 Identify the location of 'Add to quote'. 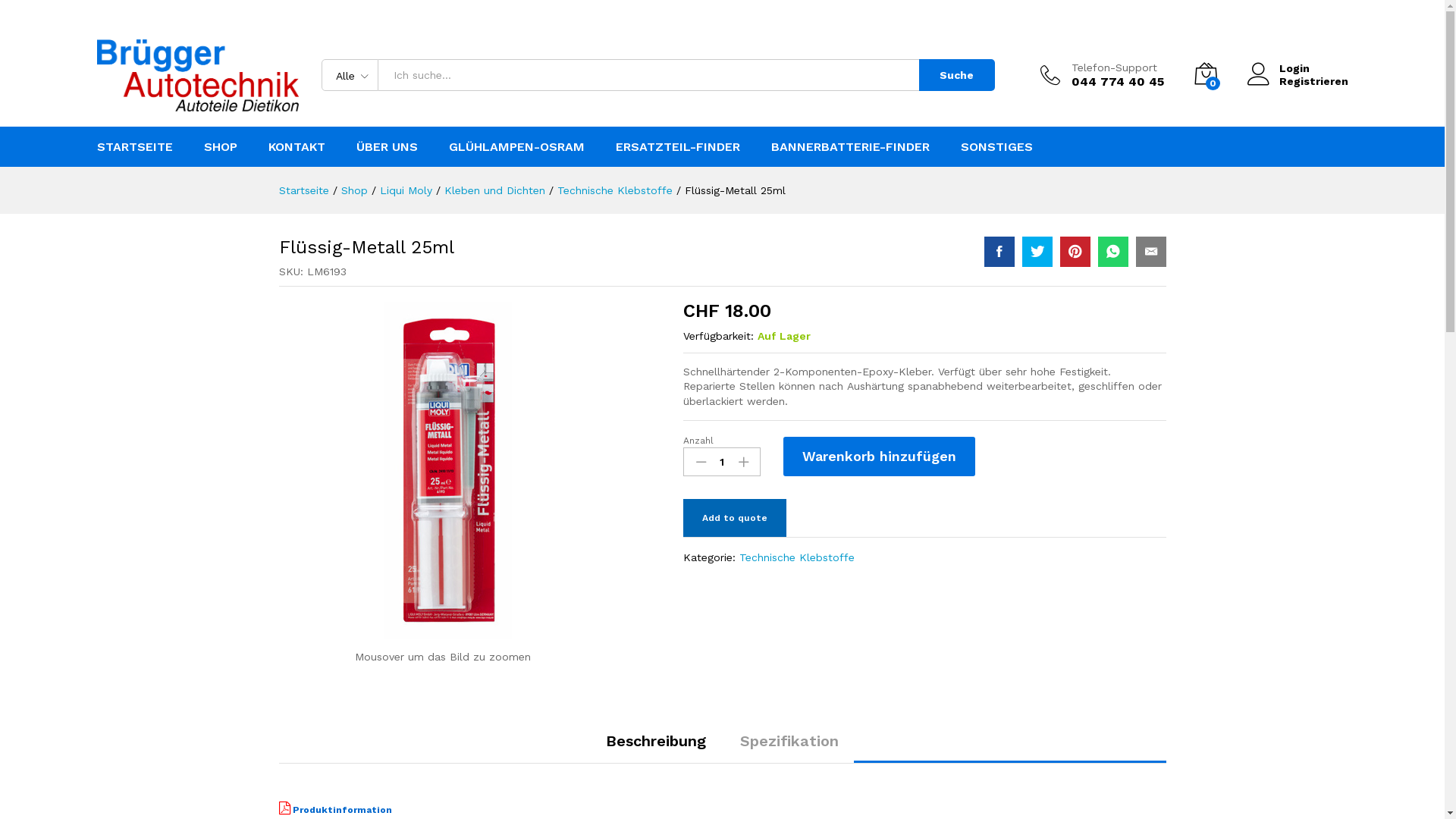
(735, 516).